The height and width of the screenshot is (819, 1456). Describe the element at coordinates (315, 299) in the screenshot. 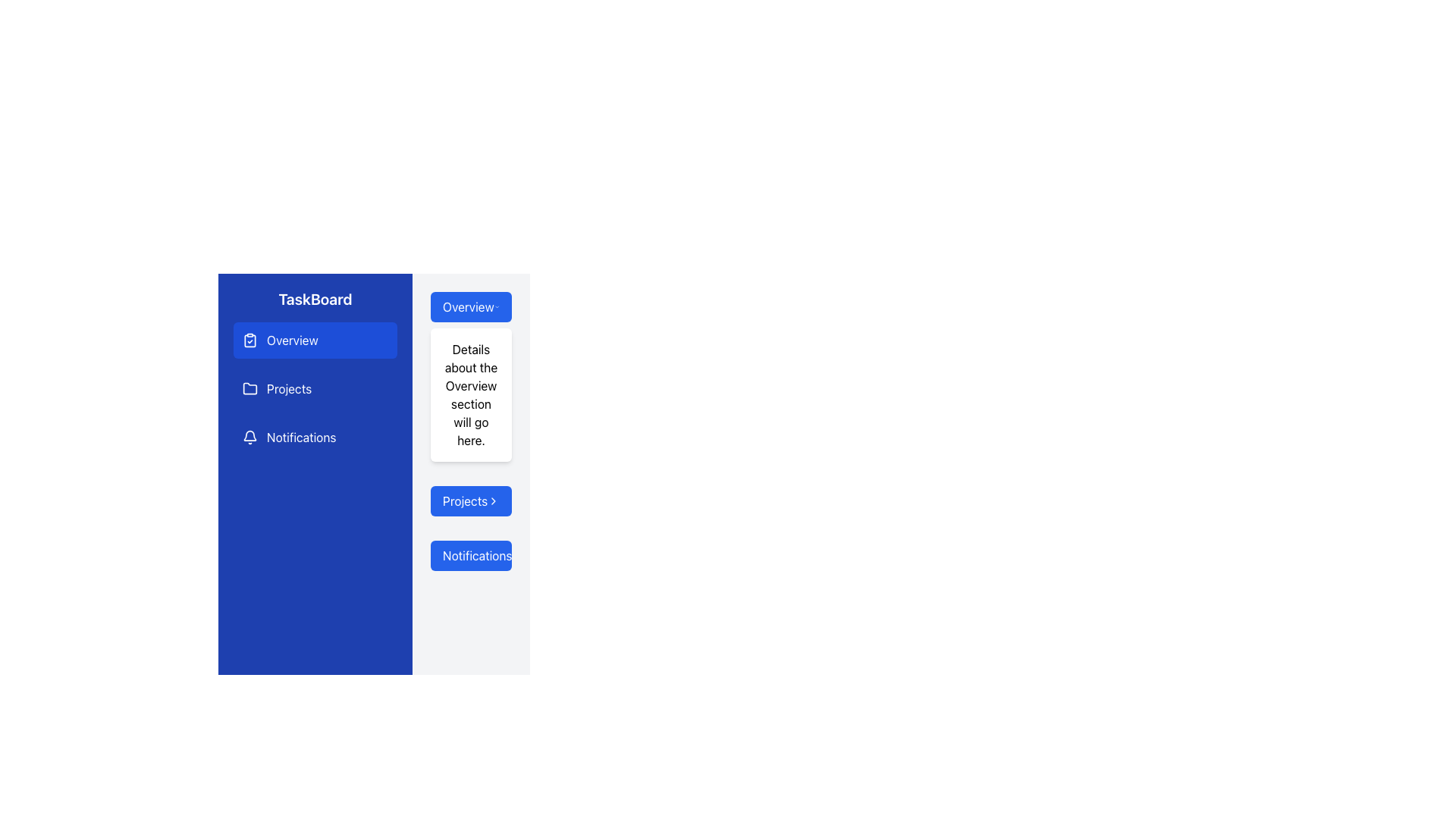

I see `text content of the Text Header located at the top of the vertical navigation panel, which serves as the title for the section or application name` at that location.